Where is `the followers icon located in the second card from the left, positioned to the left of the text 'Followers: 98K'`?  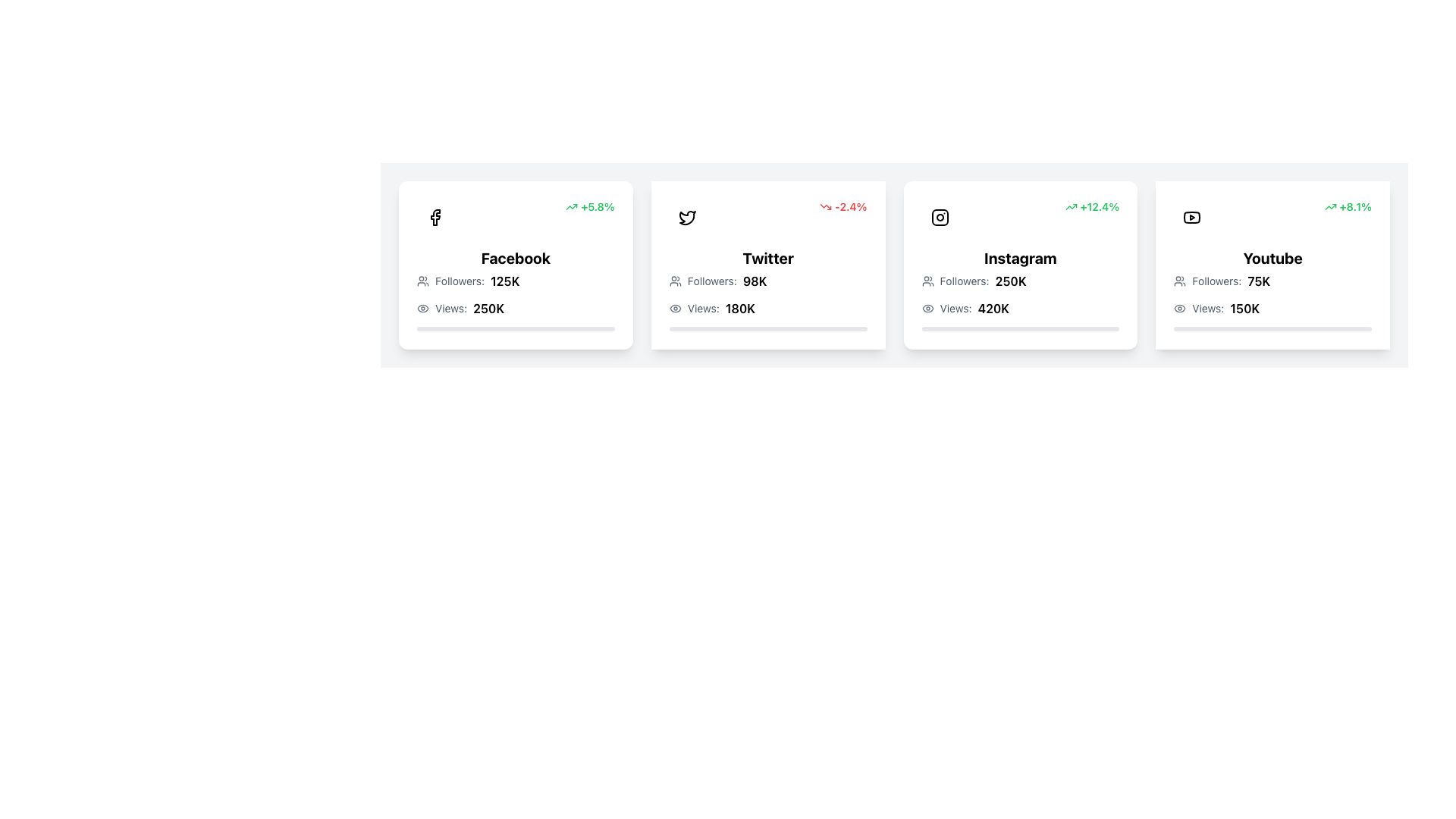 the followers icon located in the second card from the left, positioned to the left of the text 'Followers: 98K' is located at coordinates (674, 281).